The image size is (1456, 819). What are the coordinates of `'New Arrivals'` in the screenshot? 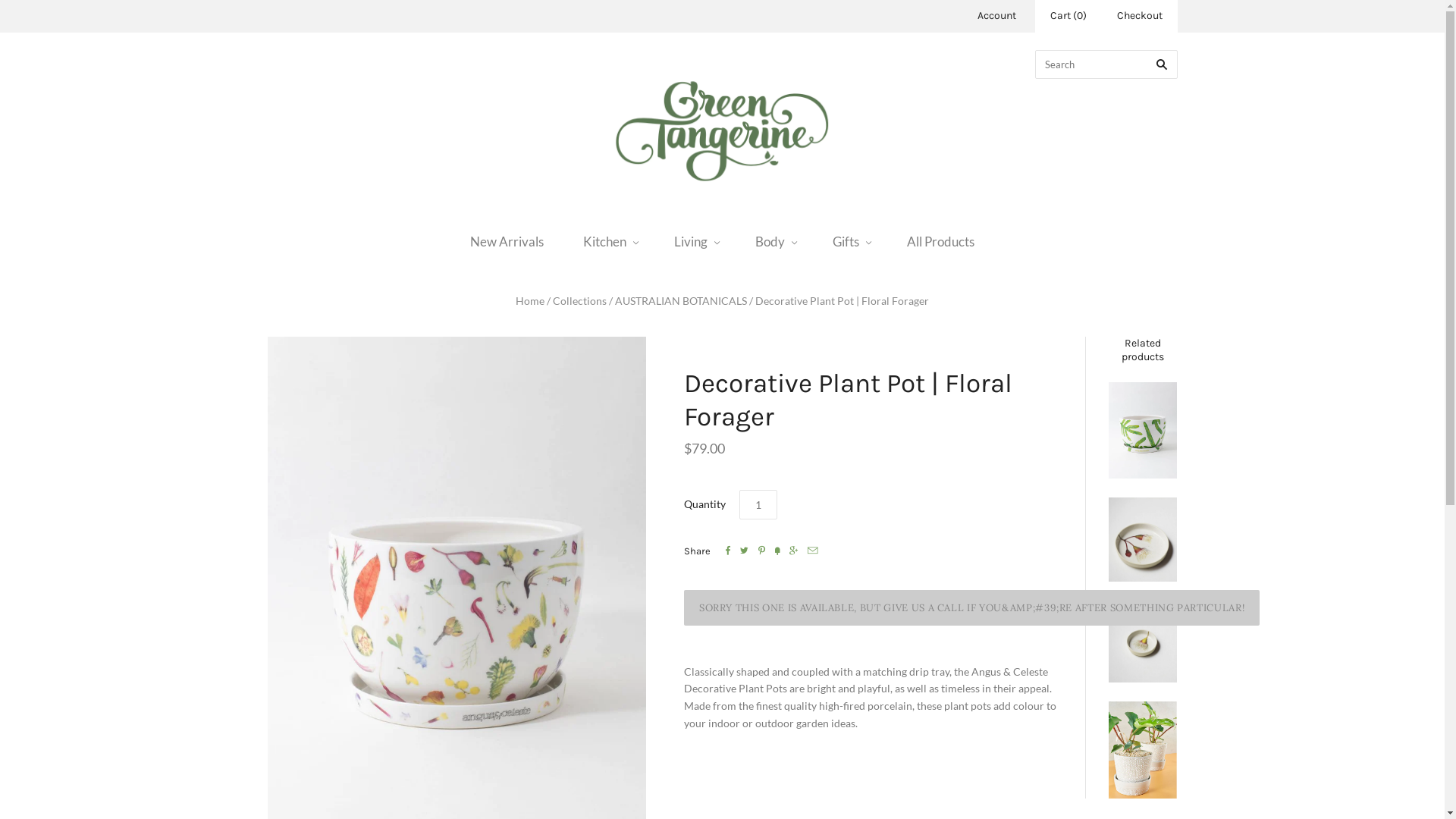 It's located at (450, 240).